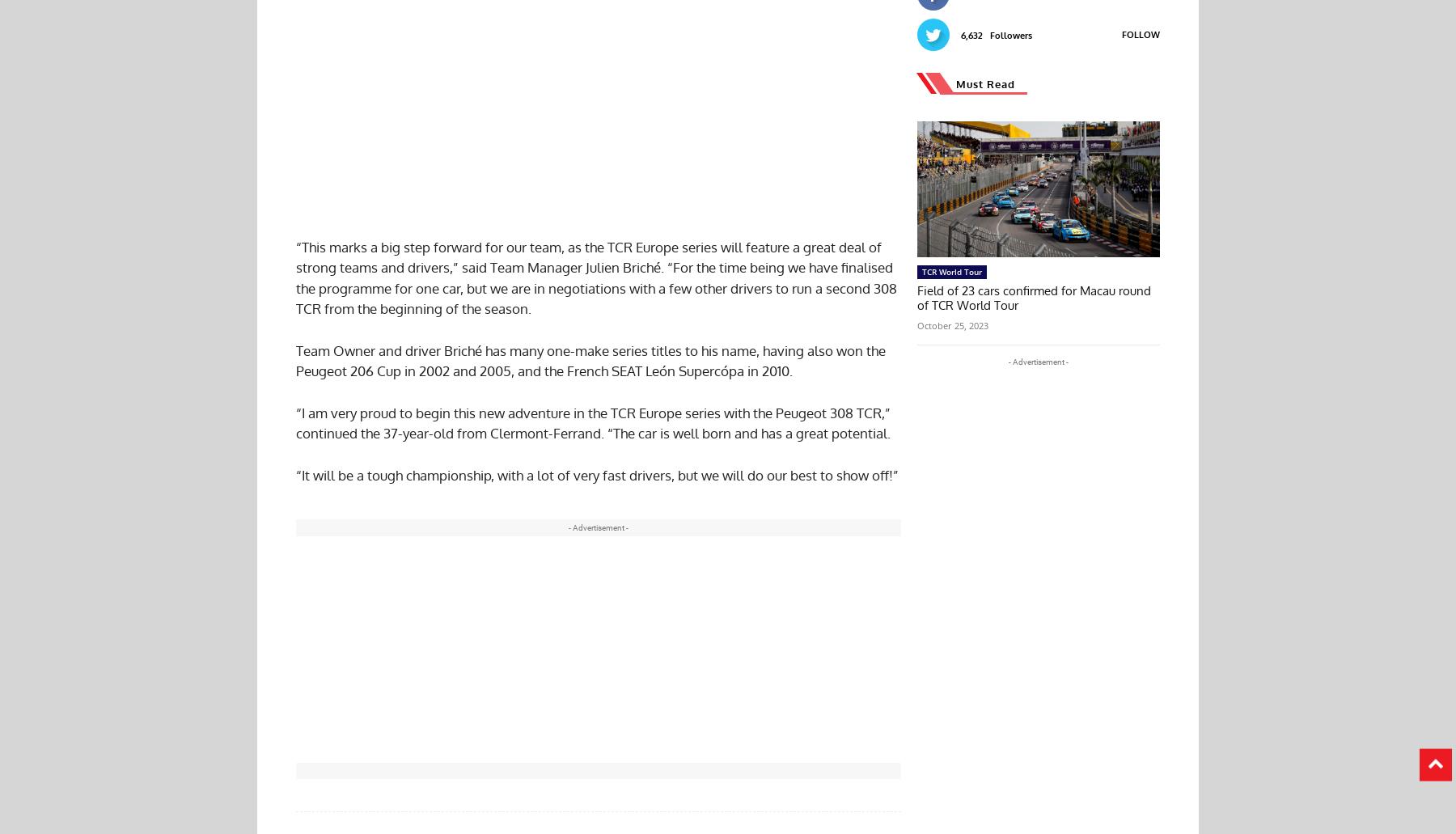 The width and height of the screenshot is (1456, 834). Describe the element at coordinates (592, 421) in the screenshot. I see `'“I am very proud to begin this new adventure in the TCR Europe series with the Peugeot 308 TCR,” continued the 37-year-old from Clermont-Ferrand. “The car is well born and has a great potential.'` at that location.